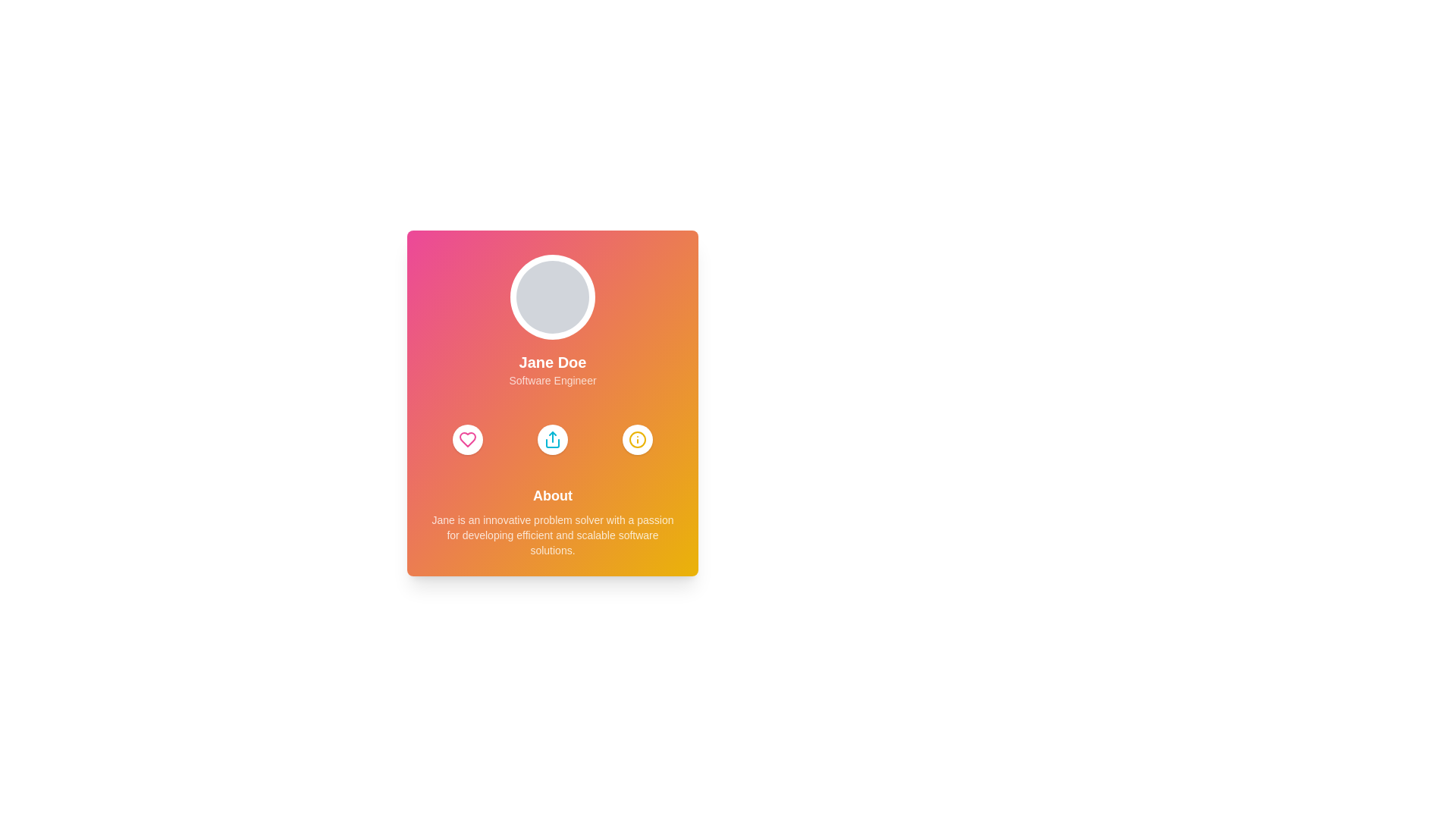 The width and height of the screenshot is (1456, 819). I want to click on the information icon located in the middle of the bottom row of three icons underneath the profile information, so click(637, 439).